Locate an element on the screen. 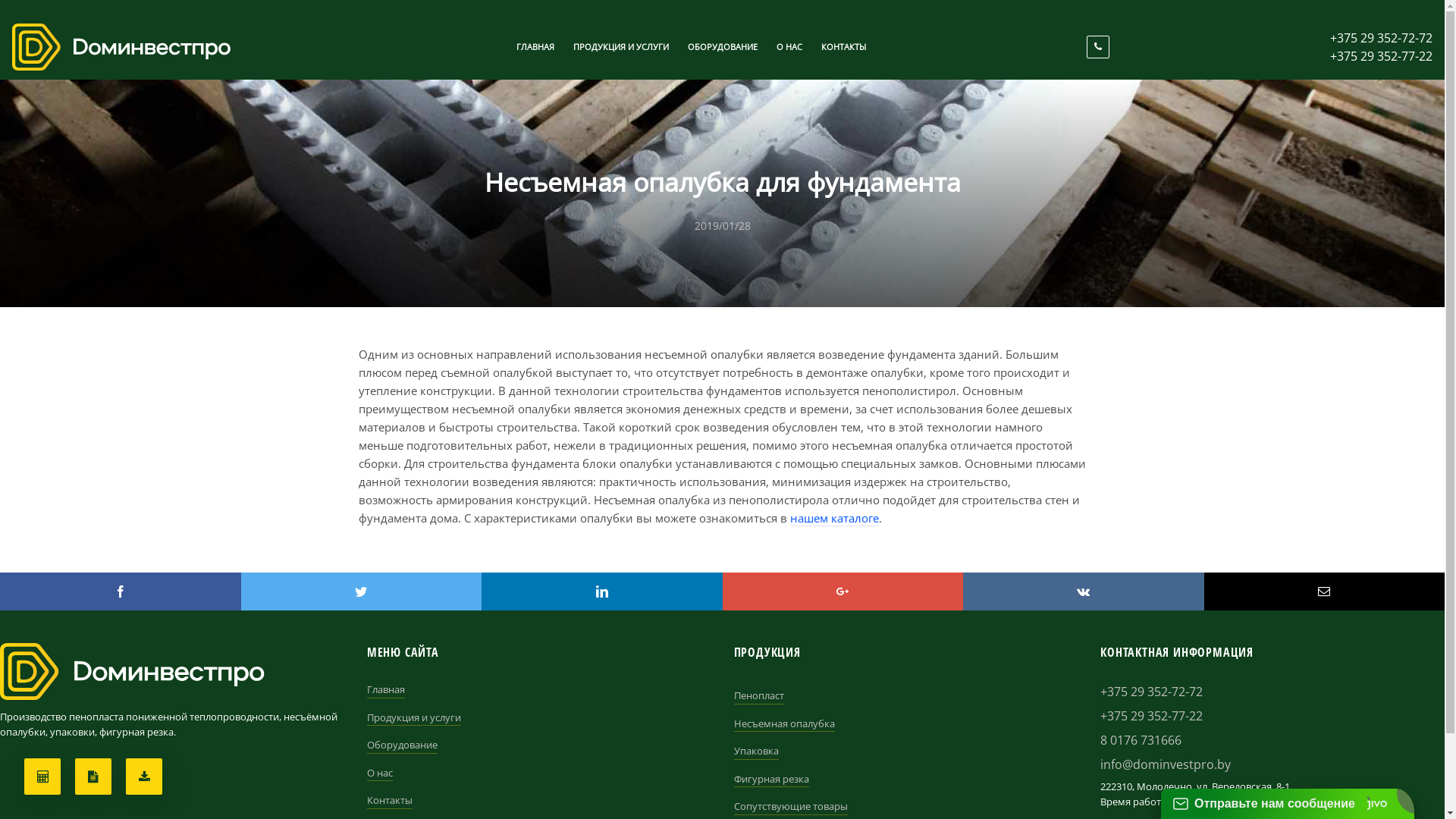 The height and width of the screenshot is (819, 1456). 'Email' is located at coordinates (1324, 590).